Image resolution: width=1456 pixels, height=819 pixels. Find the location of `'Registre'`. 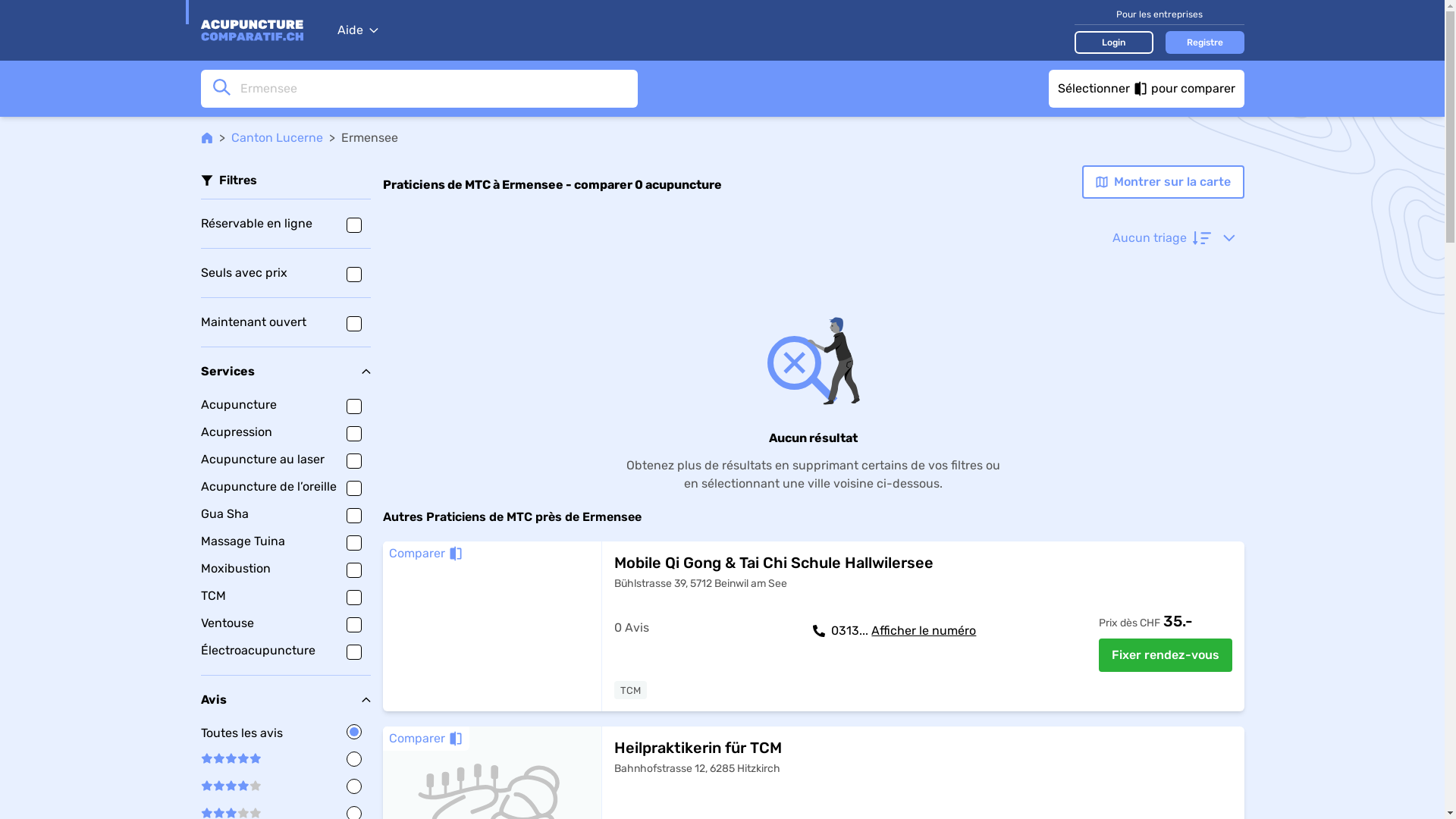

'Registre' is located at coordinates (1203, 40).